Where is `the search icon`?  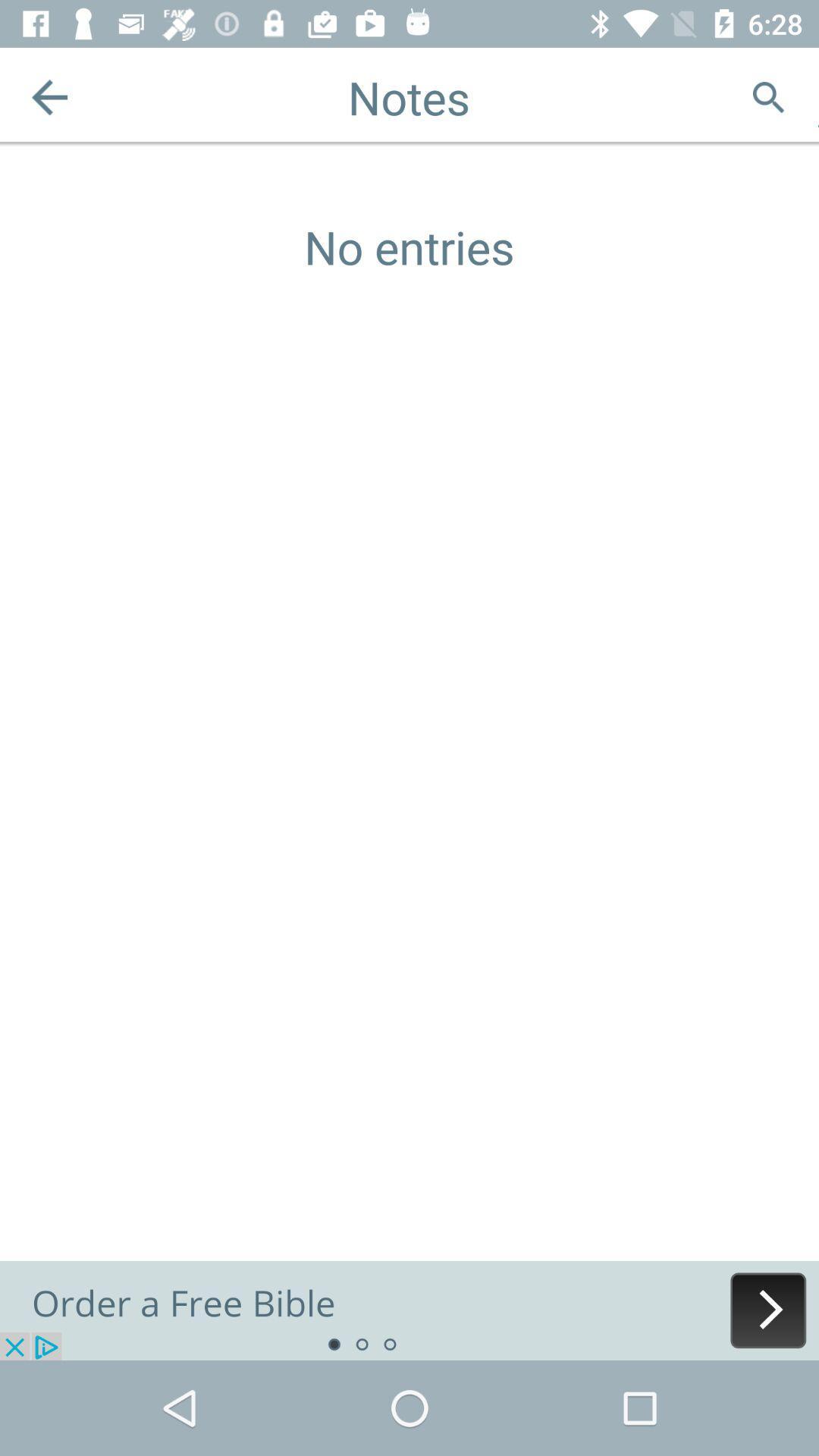 the search icon is located at coordinates (768, 96).